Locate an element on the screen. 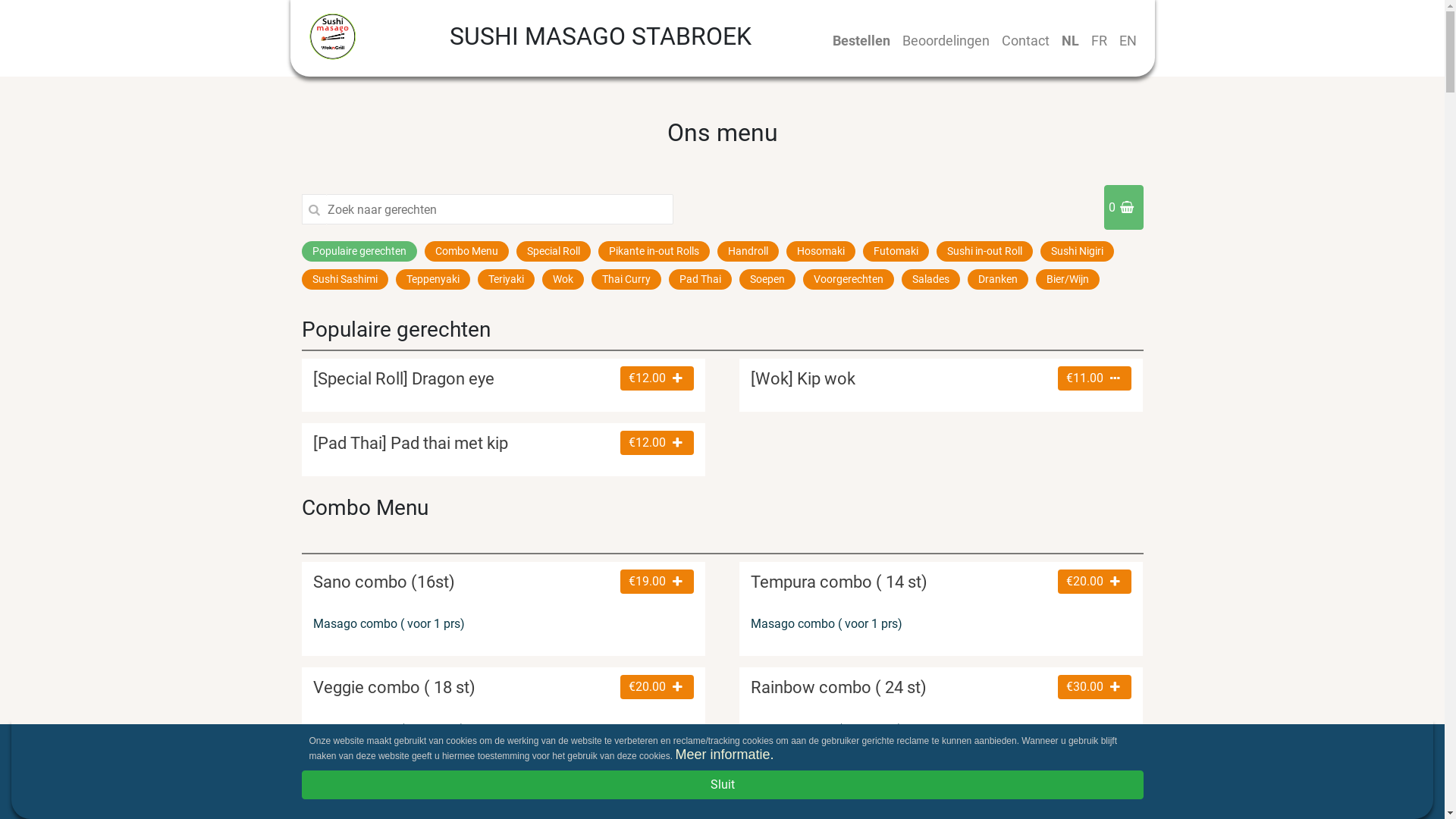 Image resolution: width=1456 pixels, height=819 pixels. 'EN' is located at coordinates (1128, 39).